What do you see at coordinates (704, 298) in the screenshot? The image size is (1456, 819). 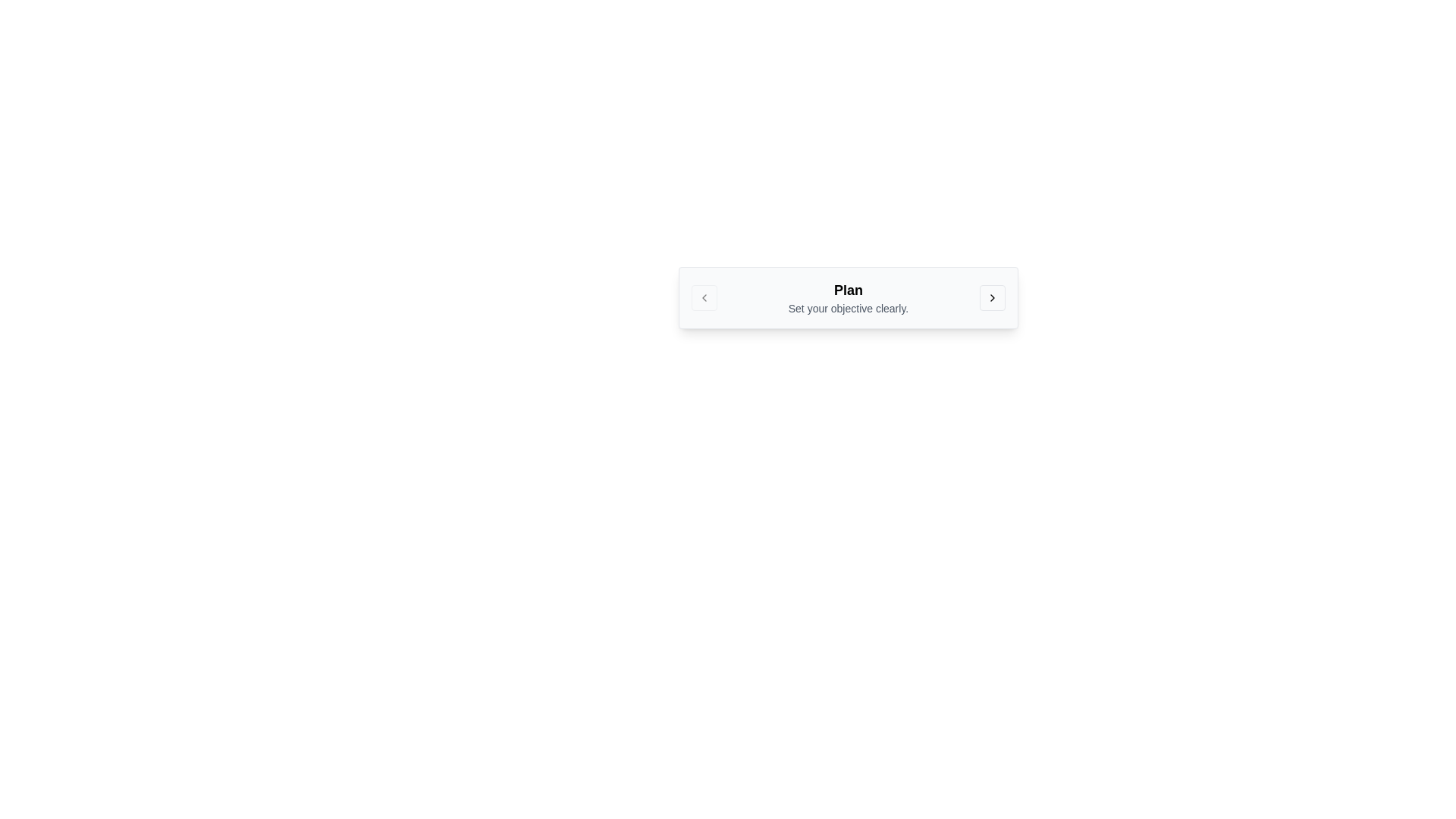 I see `the leftmost button in the row, which is a small square-shaped button with rounded corners and a left-pointing chevron icon, currently appearing in a muted or disabled state` at bounding box center [704, 298].